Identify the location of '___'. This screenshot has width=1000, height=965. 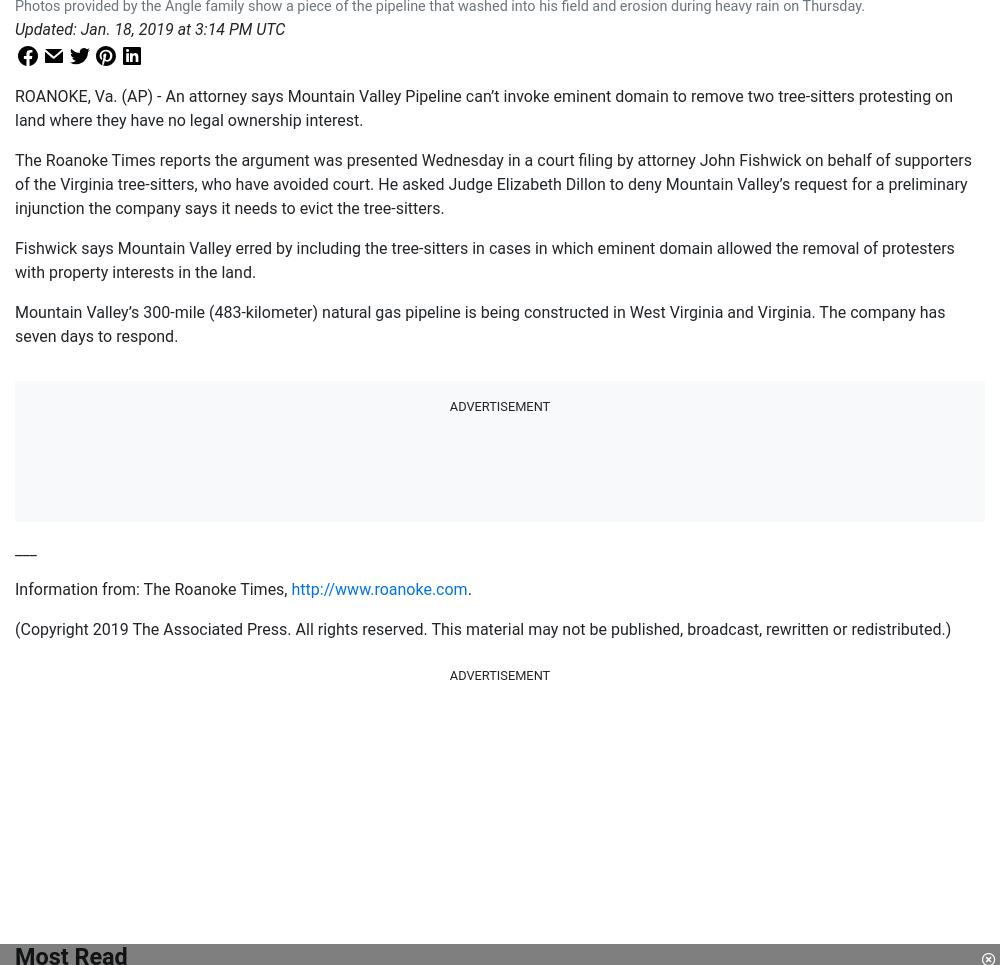
(25, 548).